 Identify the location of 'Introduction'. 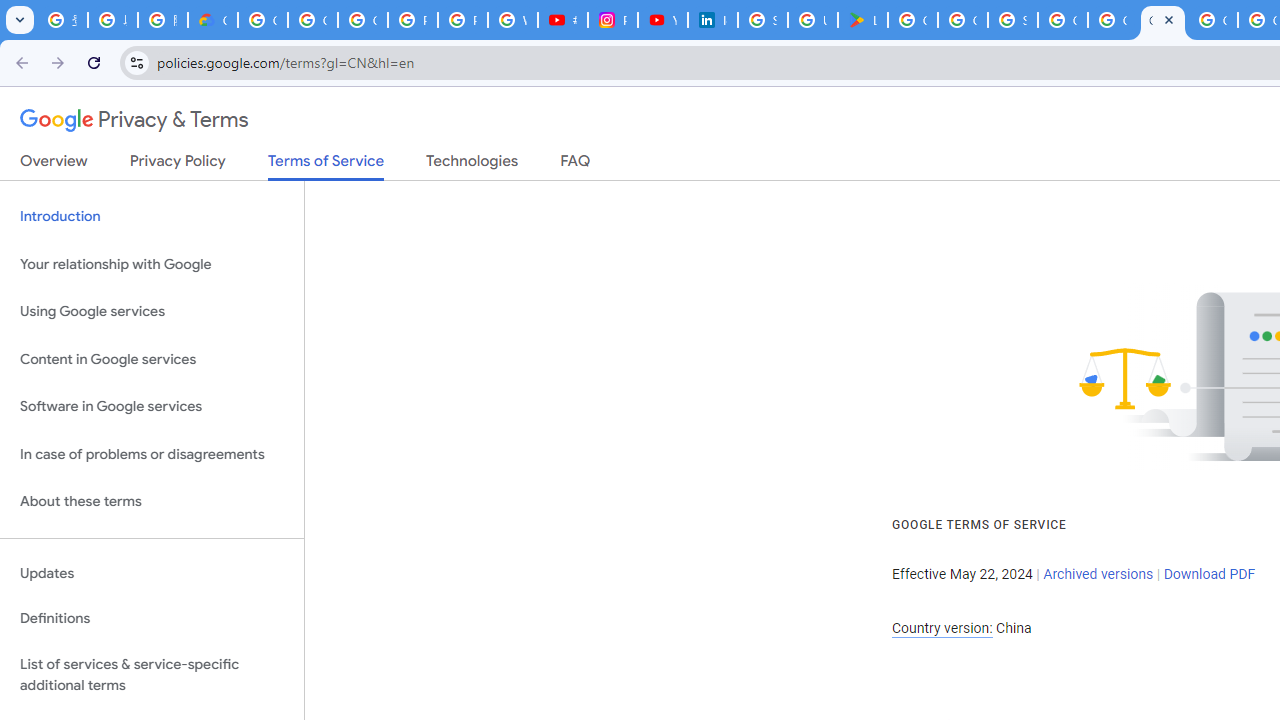
(151, 217).